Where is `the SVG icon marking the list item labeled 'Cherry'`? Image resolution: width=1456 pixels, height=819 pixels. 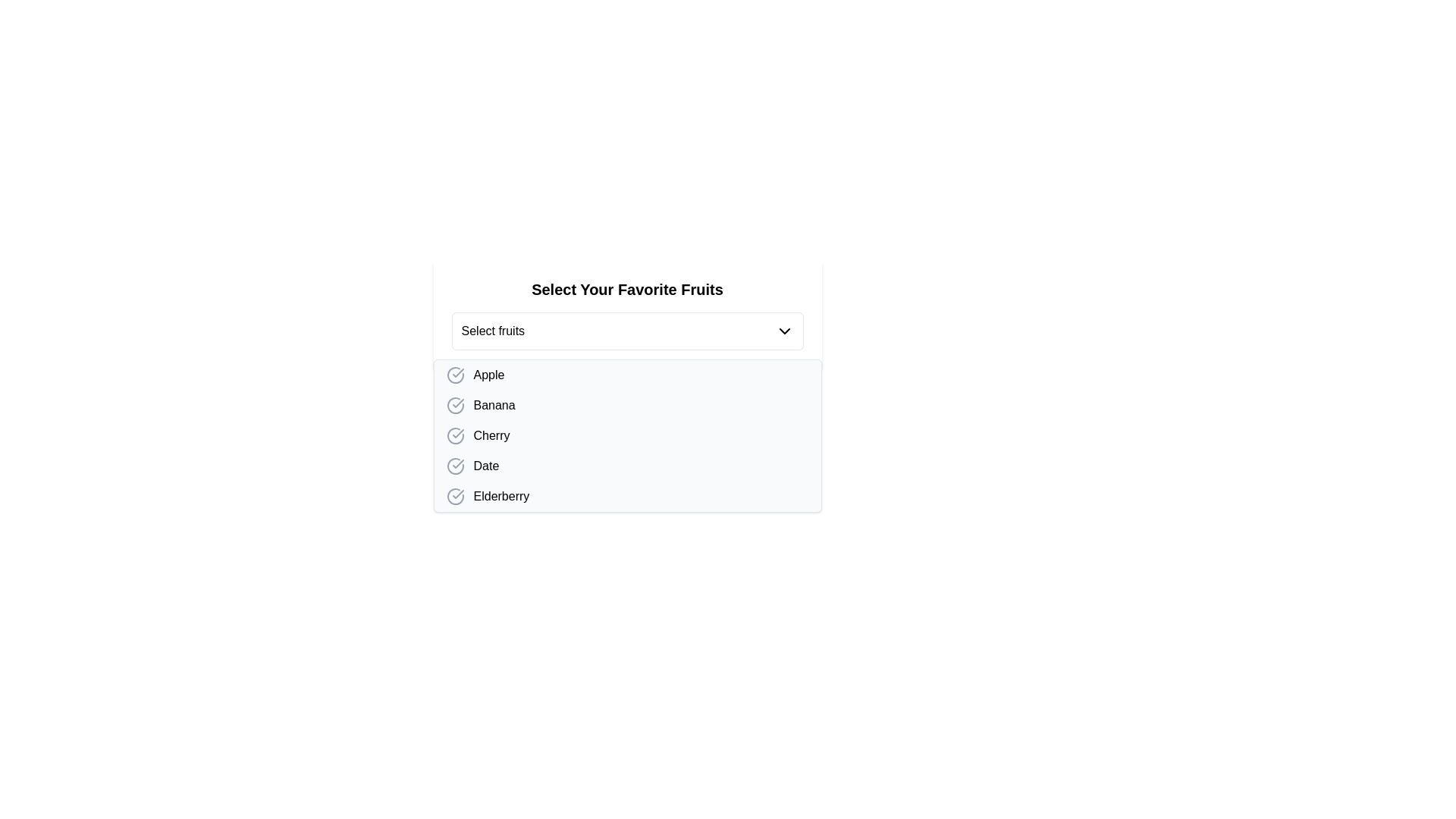 the SVG icon marking the list item labeled 'Cherry' is located at coordinates (454, 435).